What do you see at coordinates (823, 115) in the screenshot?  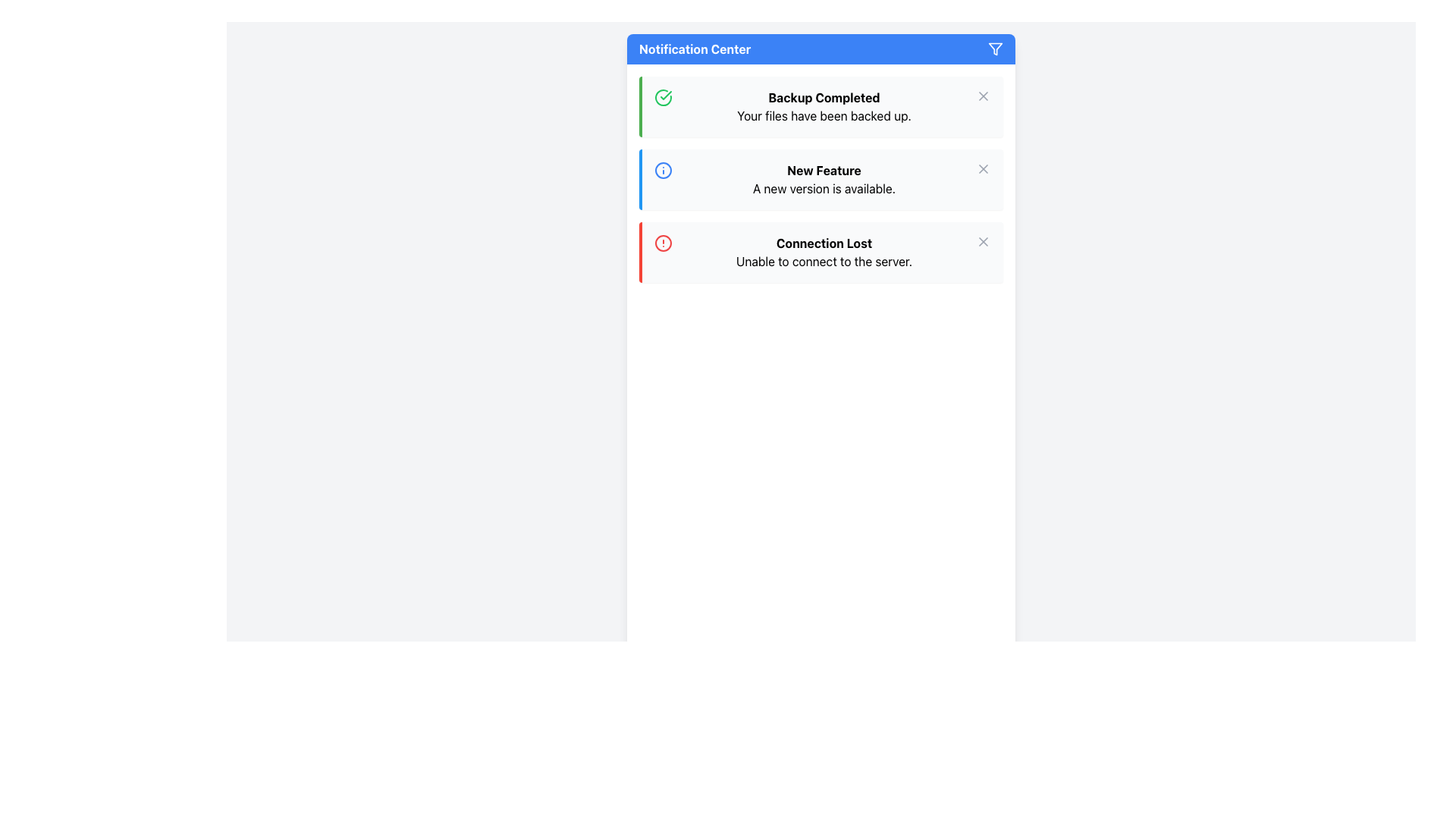 I see `text label displaying 'Your files have been backed up.' located directly beneath the bold title 'Backup Completed' in the notification center` at bounding box center [823, 115].